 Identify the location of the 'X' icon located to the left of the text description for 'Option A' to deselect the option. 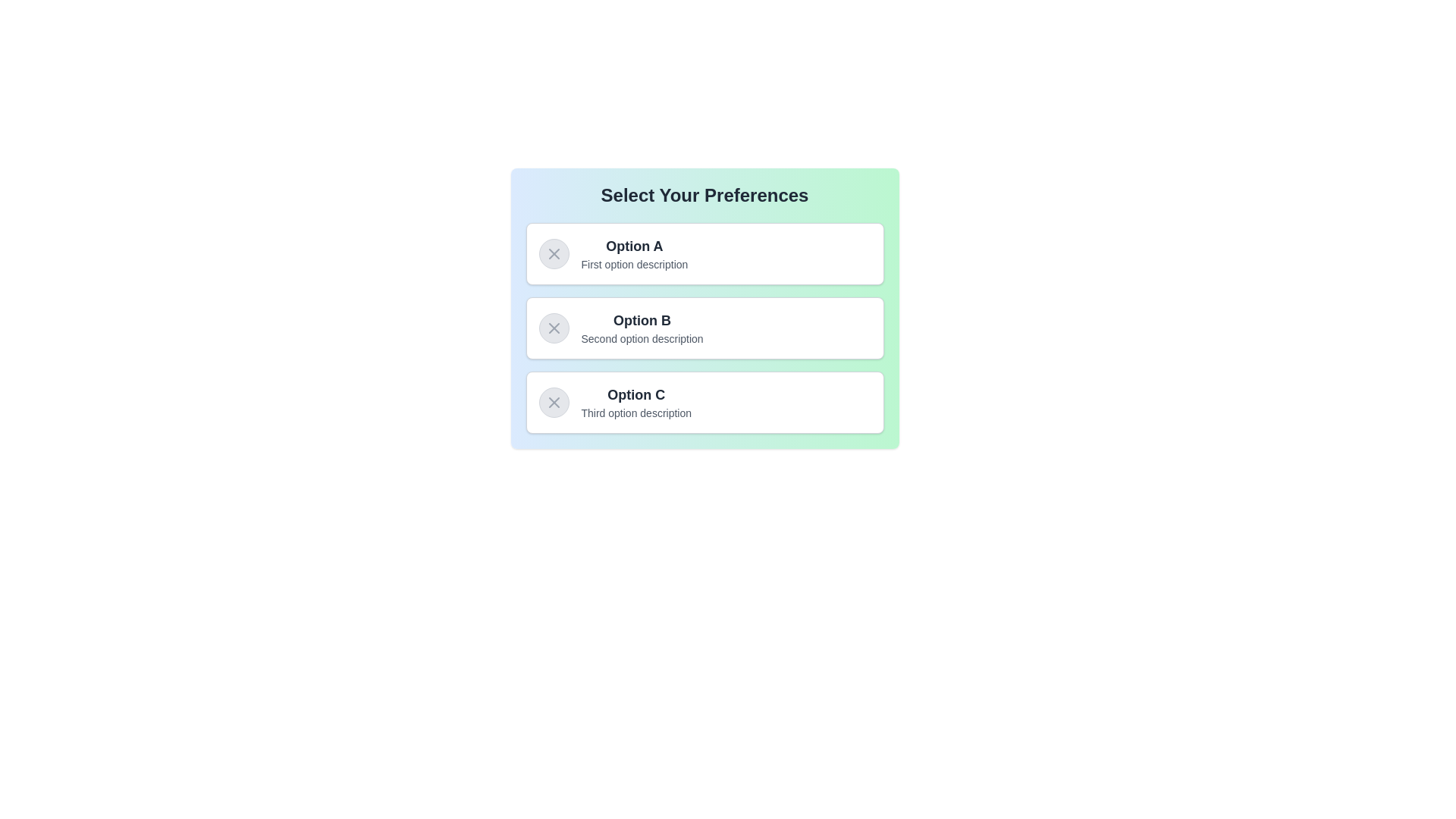
(553, 253).